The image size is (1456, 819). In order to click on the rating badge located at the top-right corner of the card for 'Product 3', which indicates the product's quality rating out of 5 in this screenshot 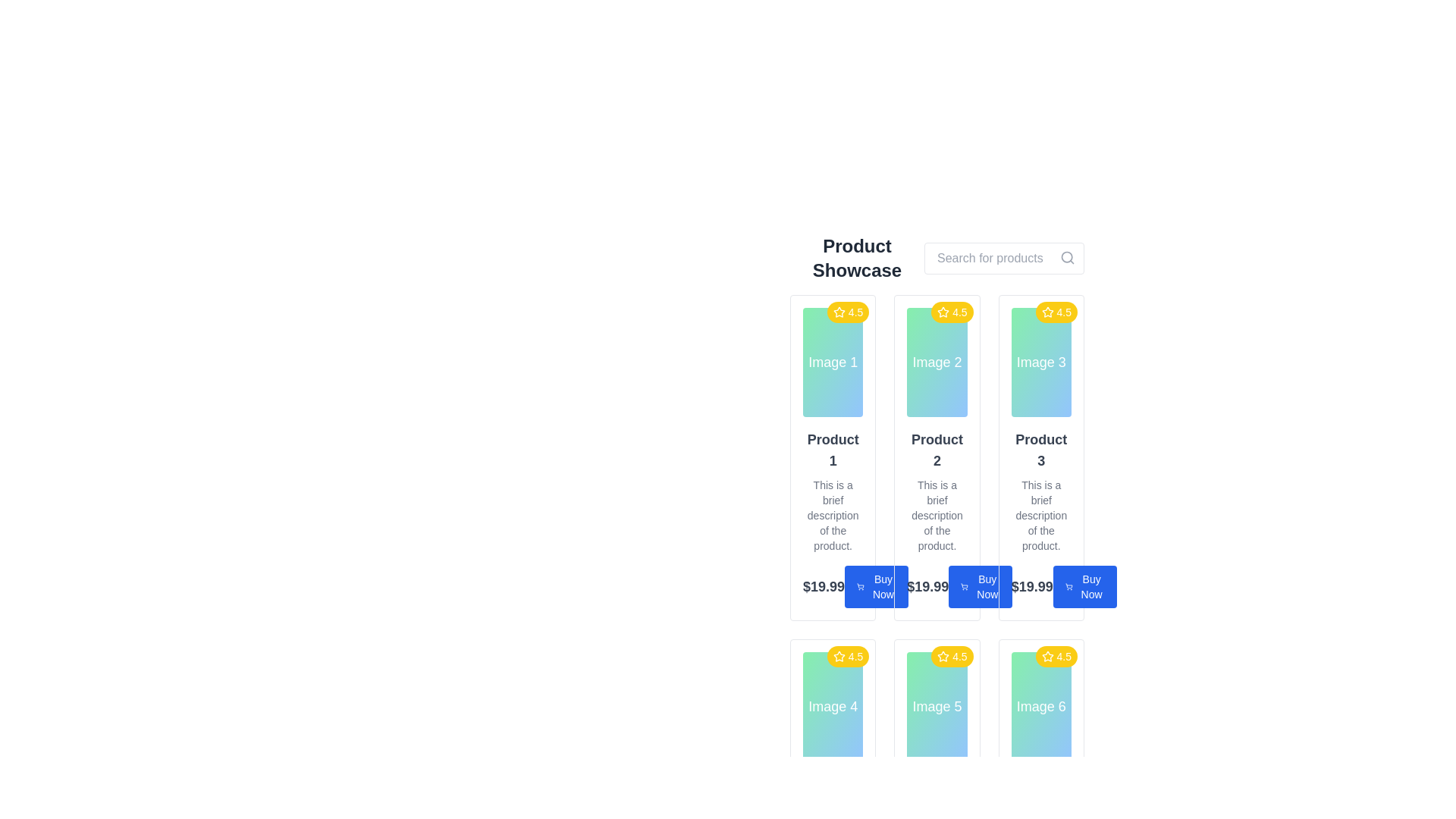, I will do `click(1056, 312)`.